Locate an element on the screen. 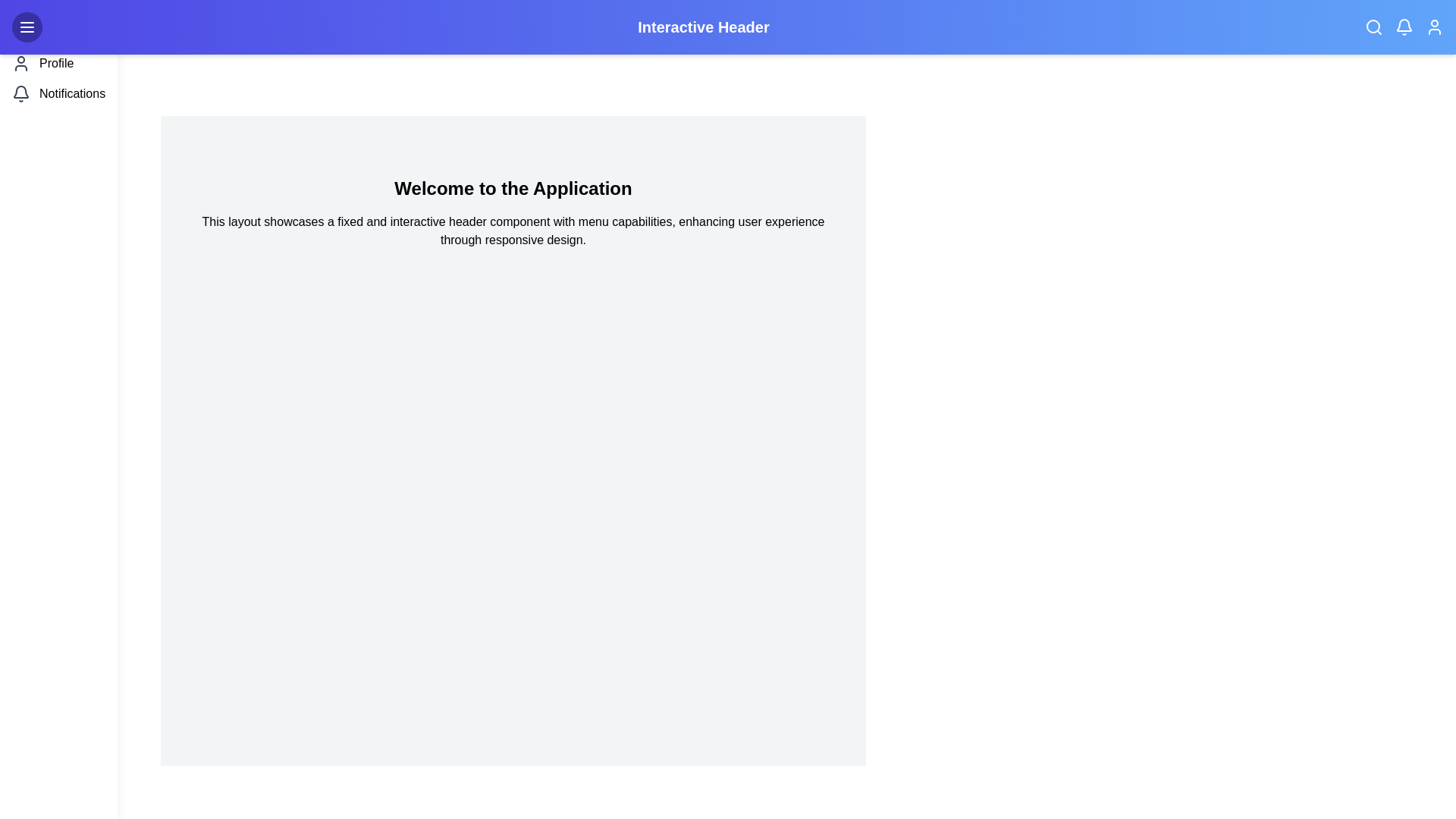  the notifications icon located as the second icon from the right in the top-right corner of the application's header is located at coordinates (1404, 27).